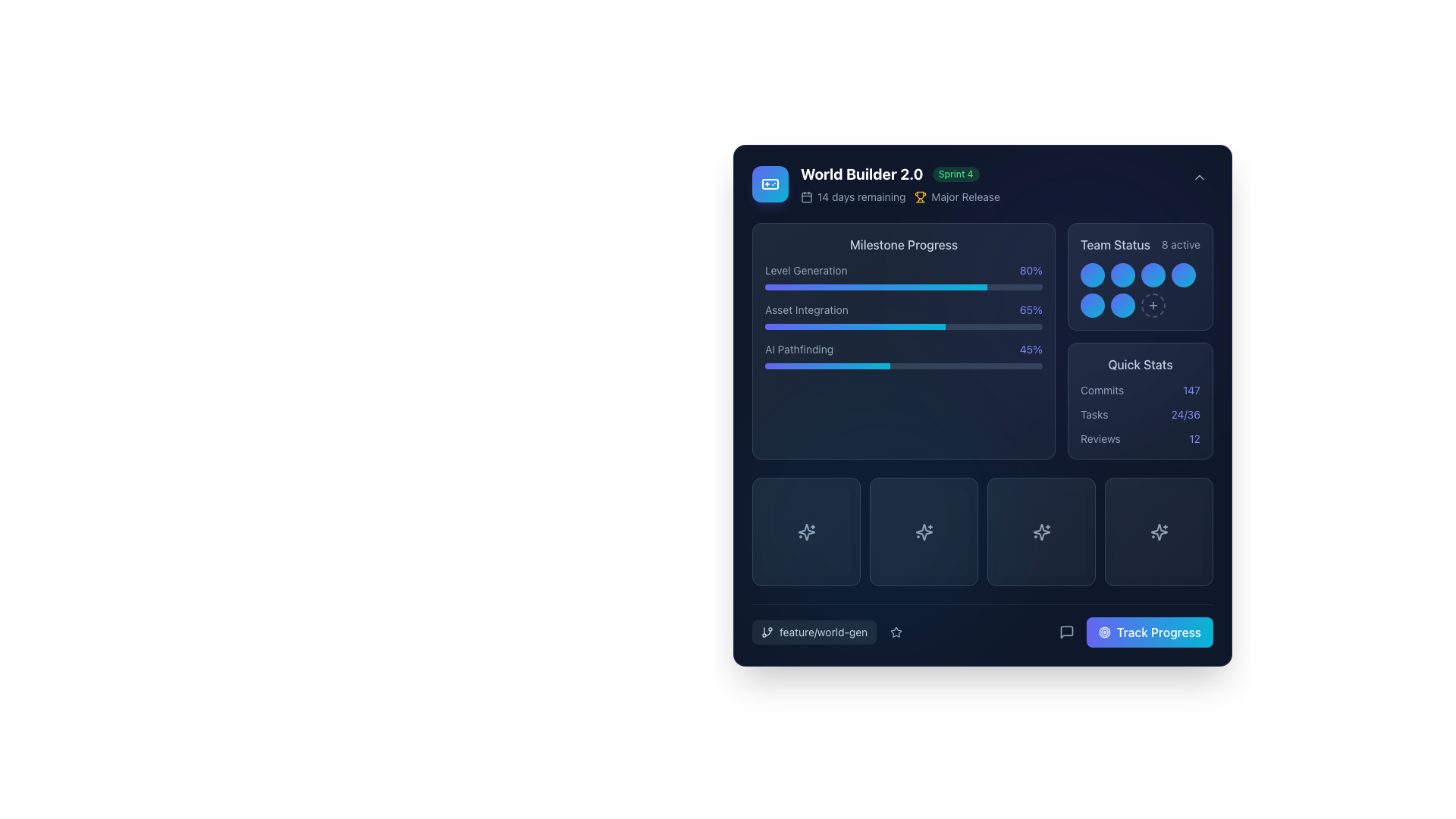 The width and height of the screenshot is (1456, 819). I want to click on the informational label with icons located below the 'World Builder 2.0' header and above 'Sprint 4' to check the project timeline and release information, so click(900, 196).